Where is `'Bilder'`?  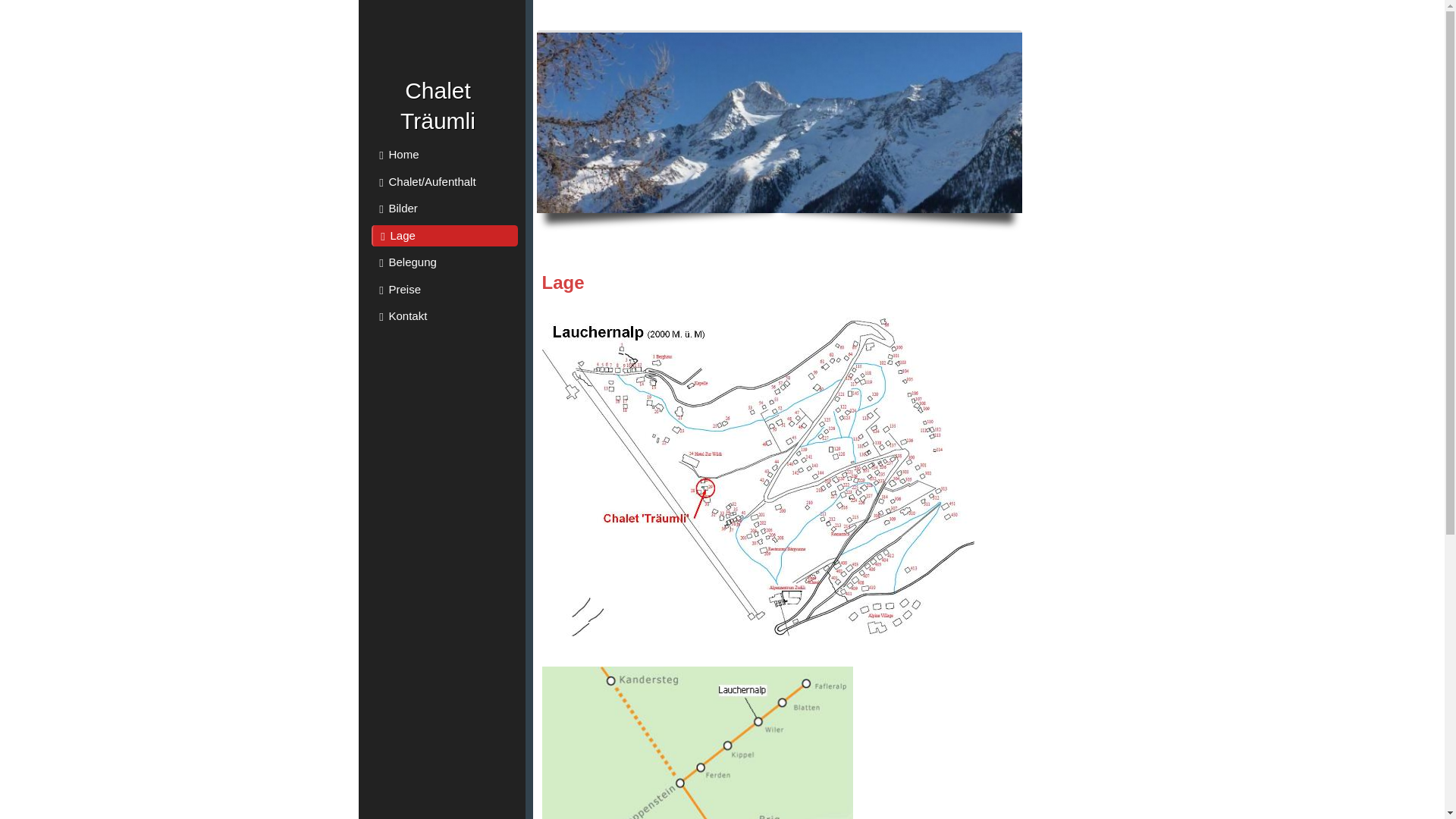
'Bilder' is located at coordinates (444, 208).